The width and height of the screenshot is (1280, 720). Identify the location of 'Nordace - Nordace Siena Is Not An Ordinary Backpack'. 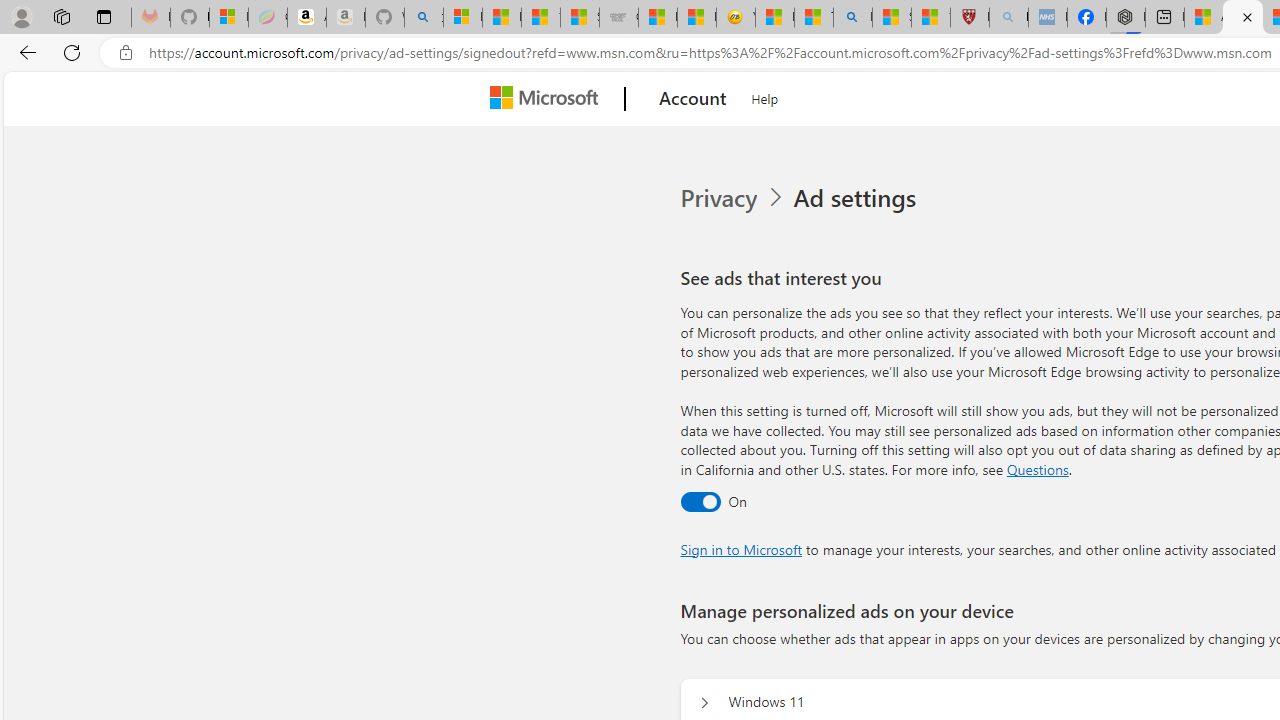
(1126, 17).